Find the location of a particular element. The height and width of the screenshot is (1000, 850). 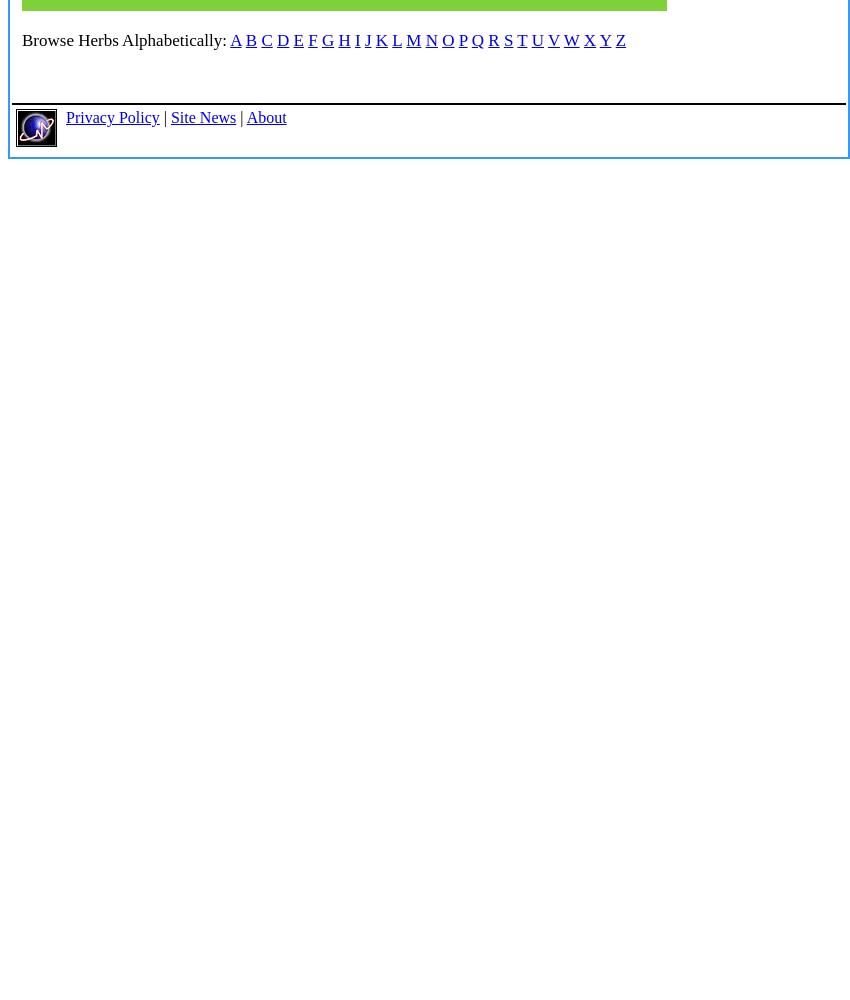

'A' is located at coordinates (235, 40).